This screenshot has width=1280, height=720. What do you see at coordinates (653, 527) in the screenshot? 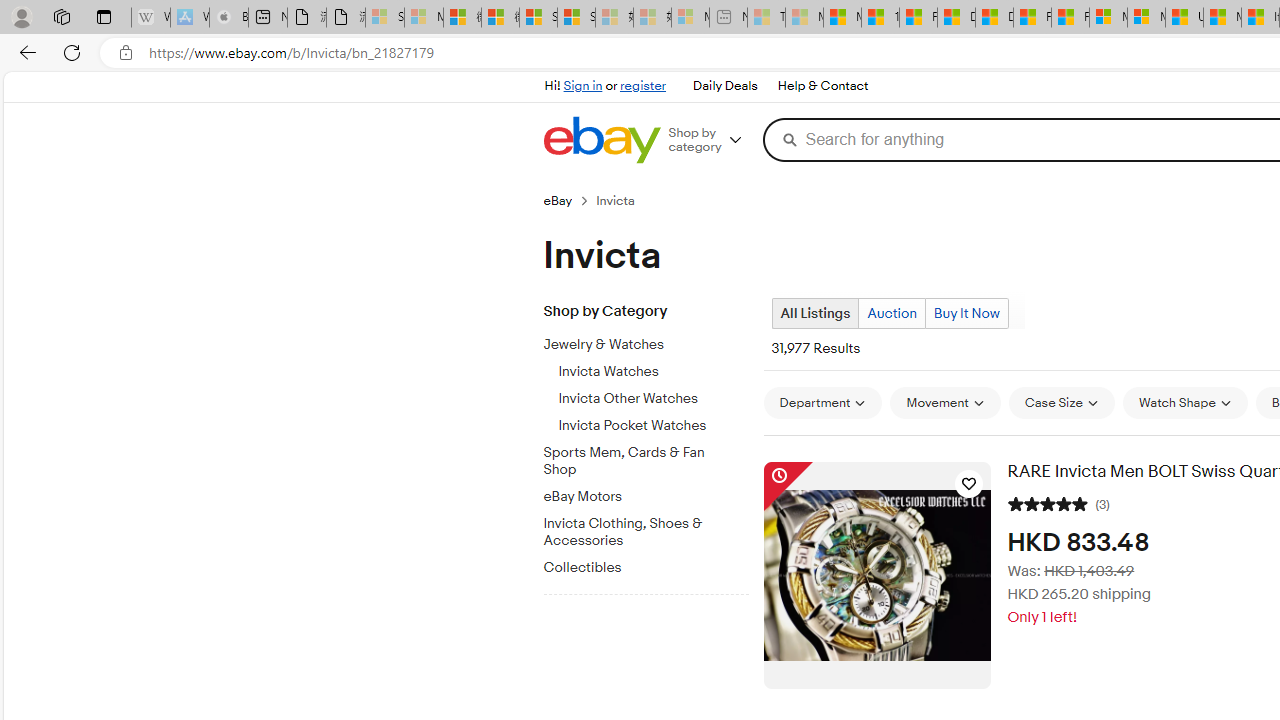
I see `'Invicta Clothing, Shoes & Accessories'` at bounding box center [653, 527].